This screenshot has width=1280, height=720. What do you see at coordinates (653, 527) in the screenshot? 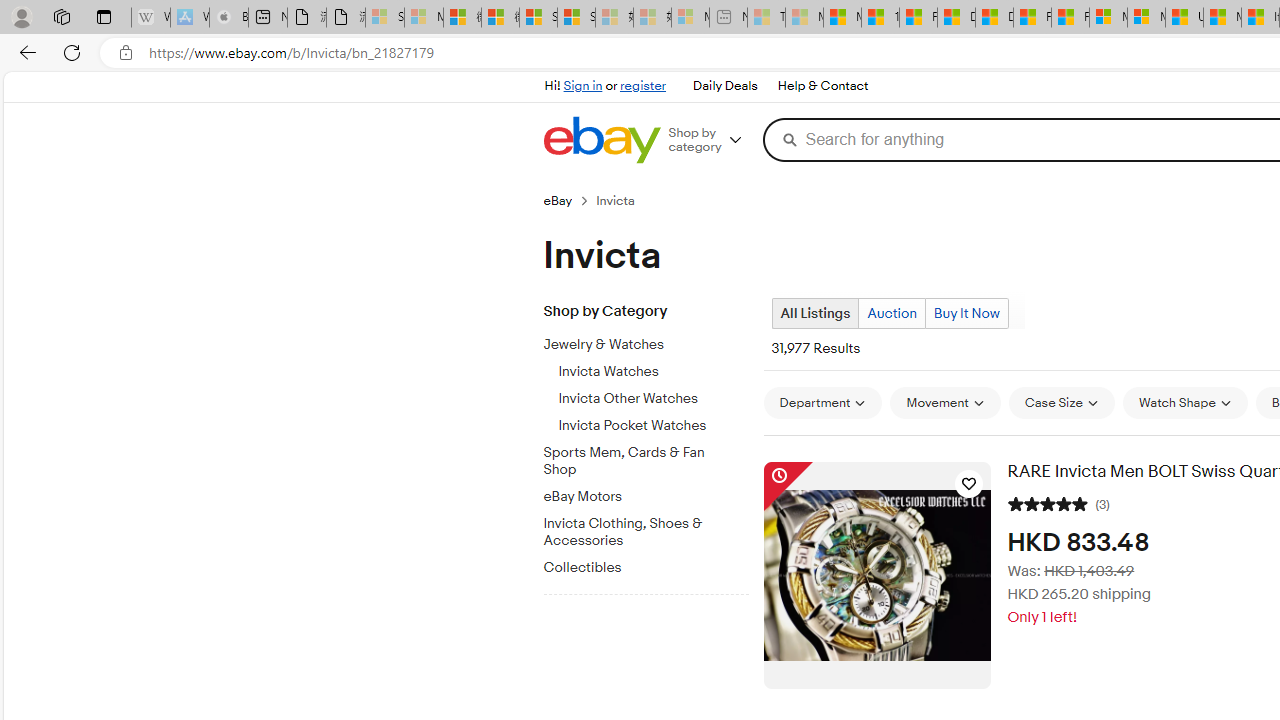
I see `'Invicta Clothing, Shoes & Accessories'` at bounding box center [653, 527].